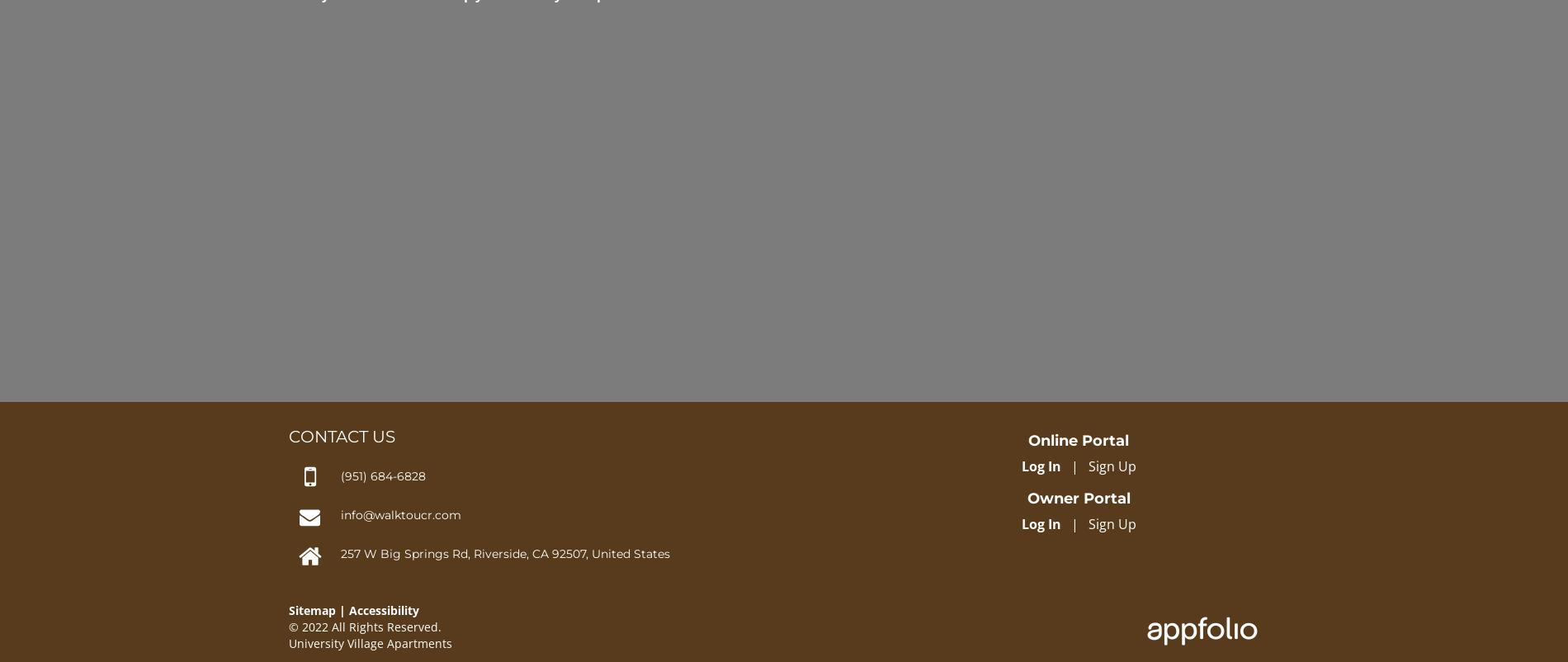 The image size is (1568, 662). What do you see at coordinates (1078, 439) in the screenshot?
I see `'Online Portal'` at bounding box center [1078, 439].